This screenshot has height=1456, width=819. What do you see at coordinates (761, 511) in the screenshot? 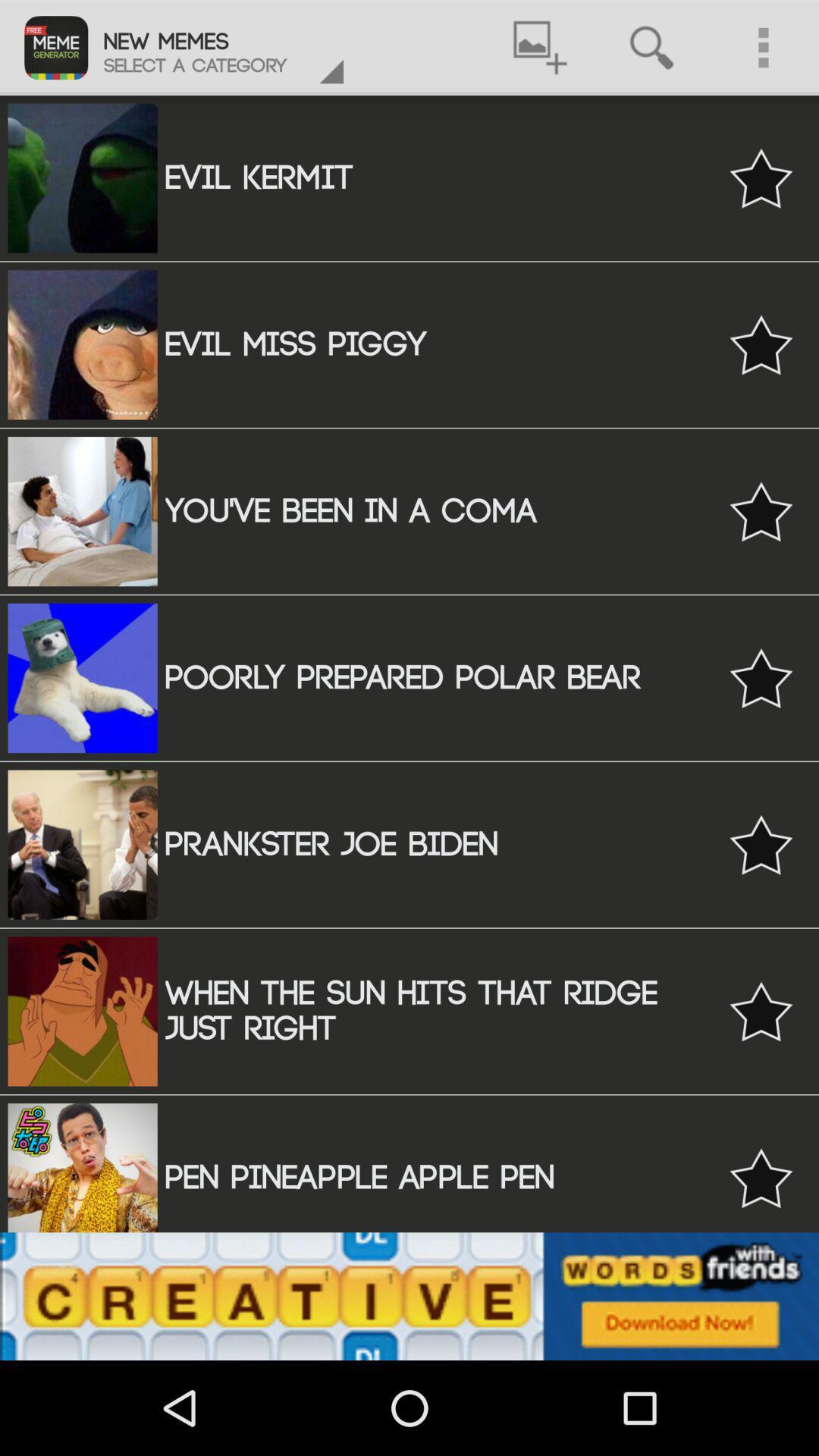
I see `to favorite` at bounding box center [761, 511].